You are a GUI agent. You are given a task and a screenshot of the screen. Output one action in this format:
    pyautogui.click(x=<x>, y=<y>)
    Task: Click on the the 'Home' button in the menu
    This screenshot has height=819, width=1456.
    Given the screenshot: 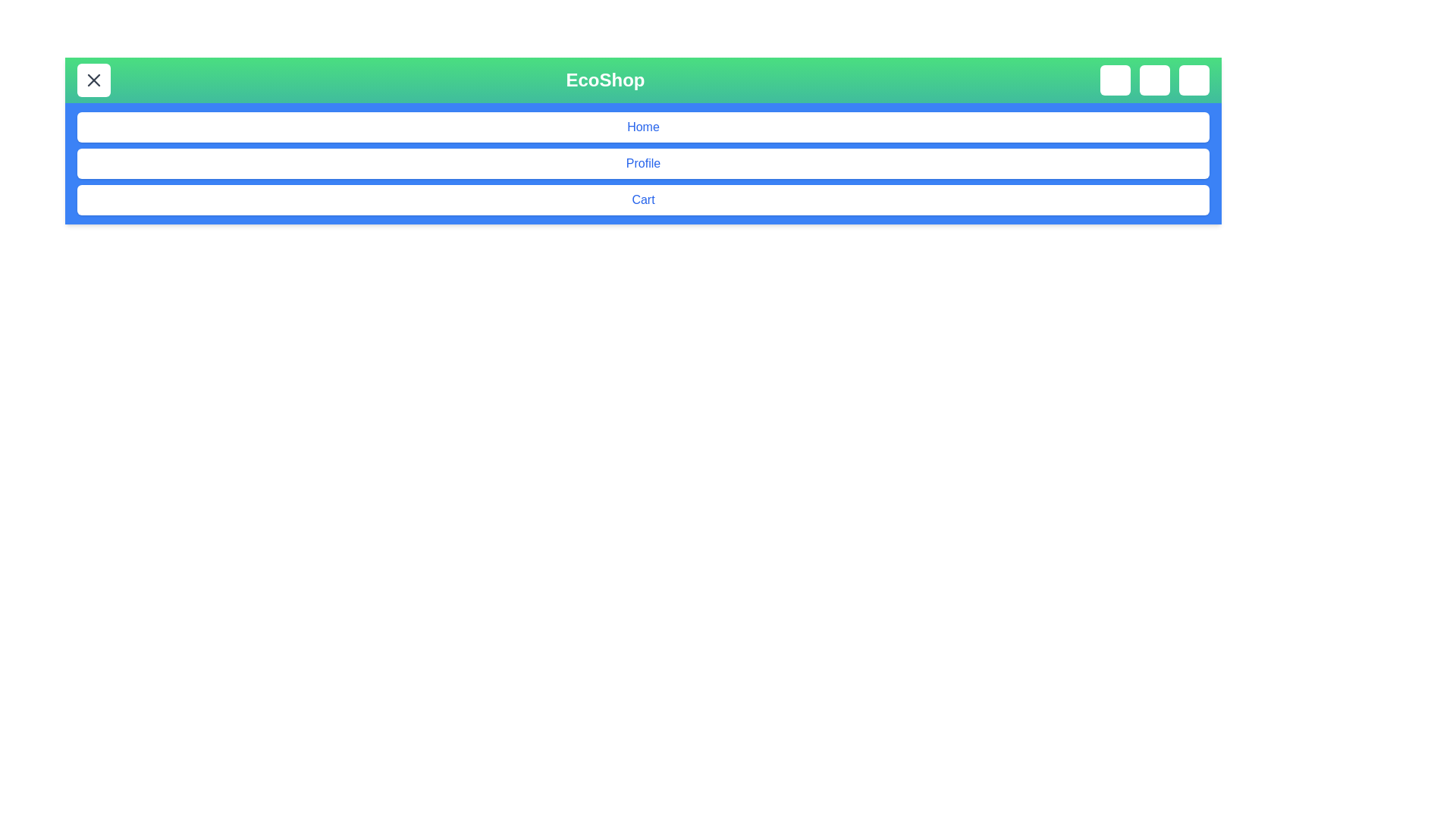 What is the action you would take?
    pyautogui.click(x=643, y=127)
    